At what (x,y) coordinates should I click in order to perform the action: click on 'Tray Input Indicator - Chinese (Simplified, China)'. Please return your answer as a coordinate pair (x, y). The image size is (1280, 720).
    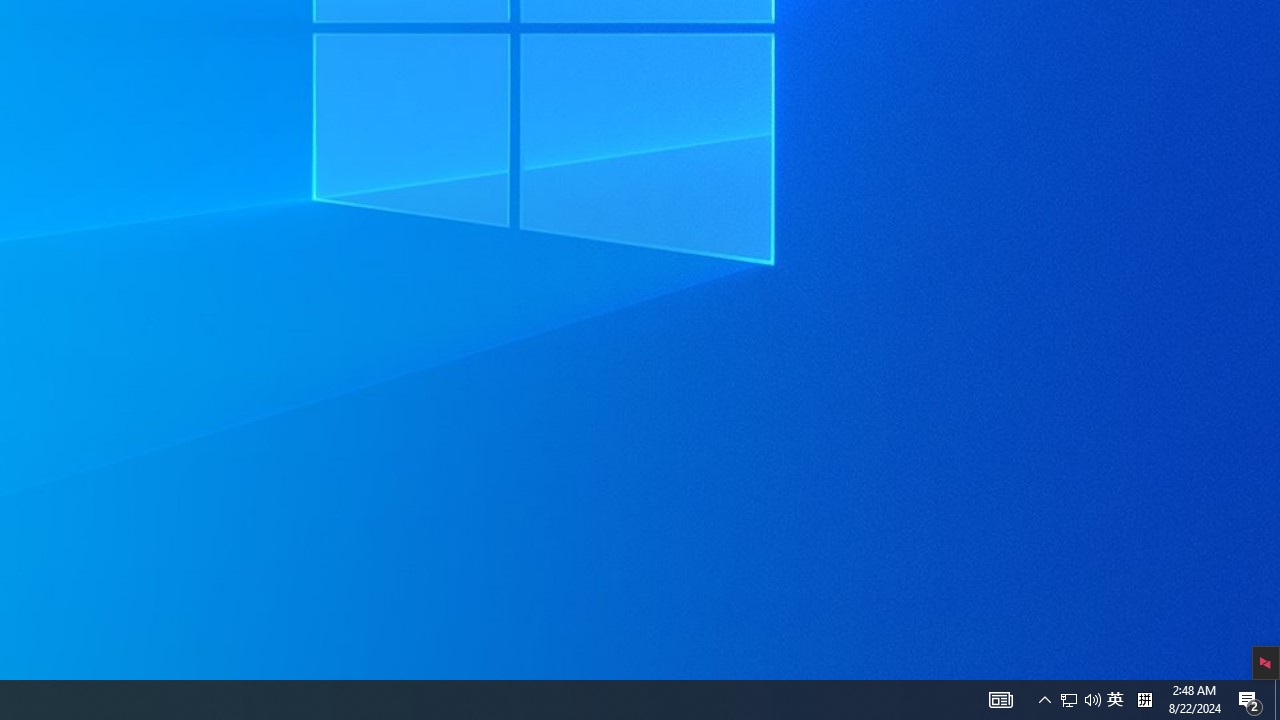
    Looking at the image, I should click on (1114, 698).